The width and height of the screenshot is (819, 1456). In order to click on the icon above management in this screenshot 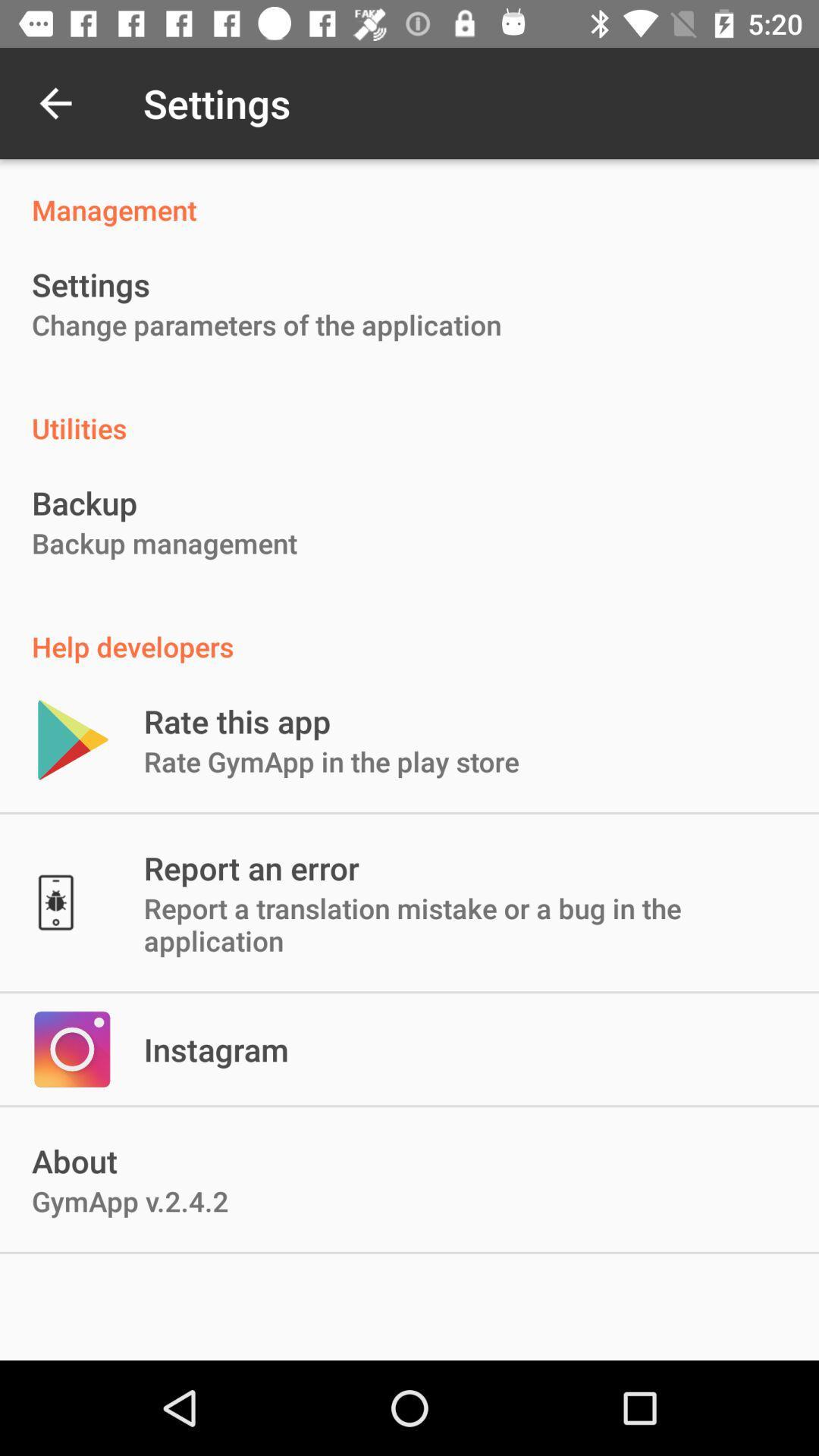, I will do `click(55, 102)`.